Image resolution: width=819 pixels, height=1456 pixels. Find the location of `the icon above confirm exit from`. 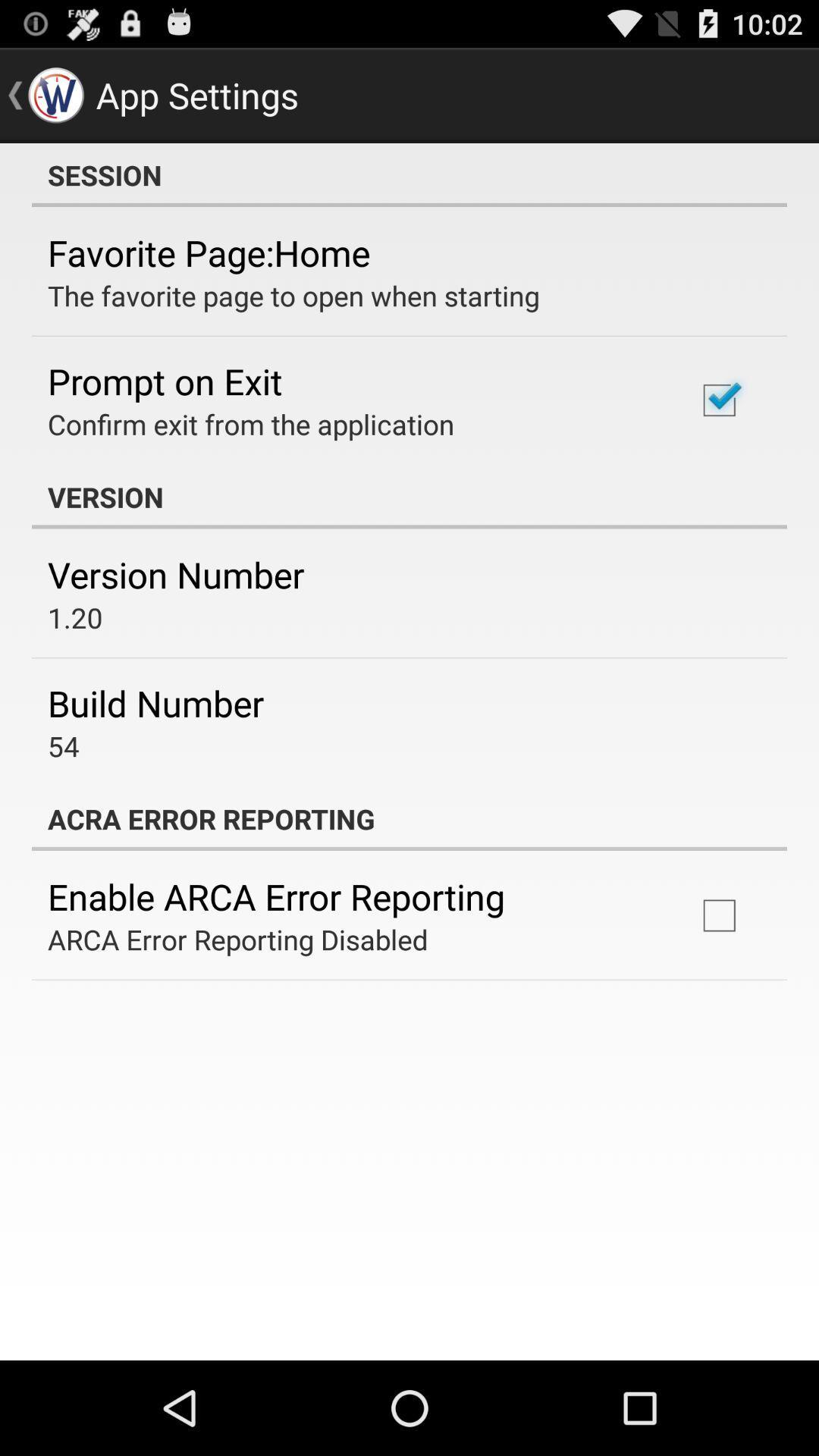

the icon above confirm exit from is located at coordinates (165, 381).